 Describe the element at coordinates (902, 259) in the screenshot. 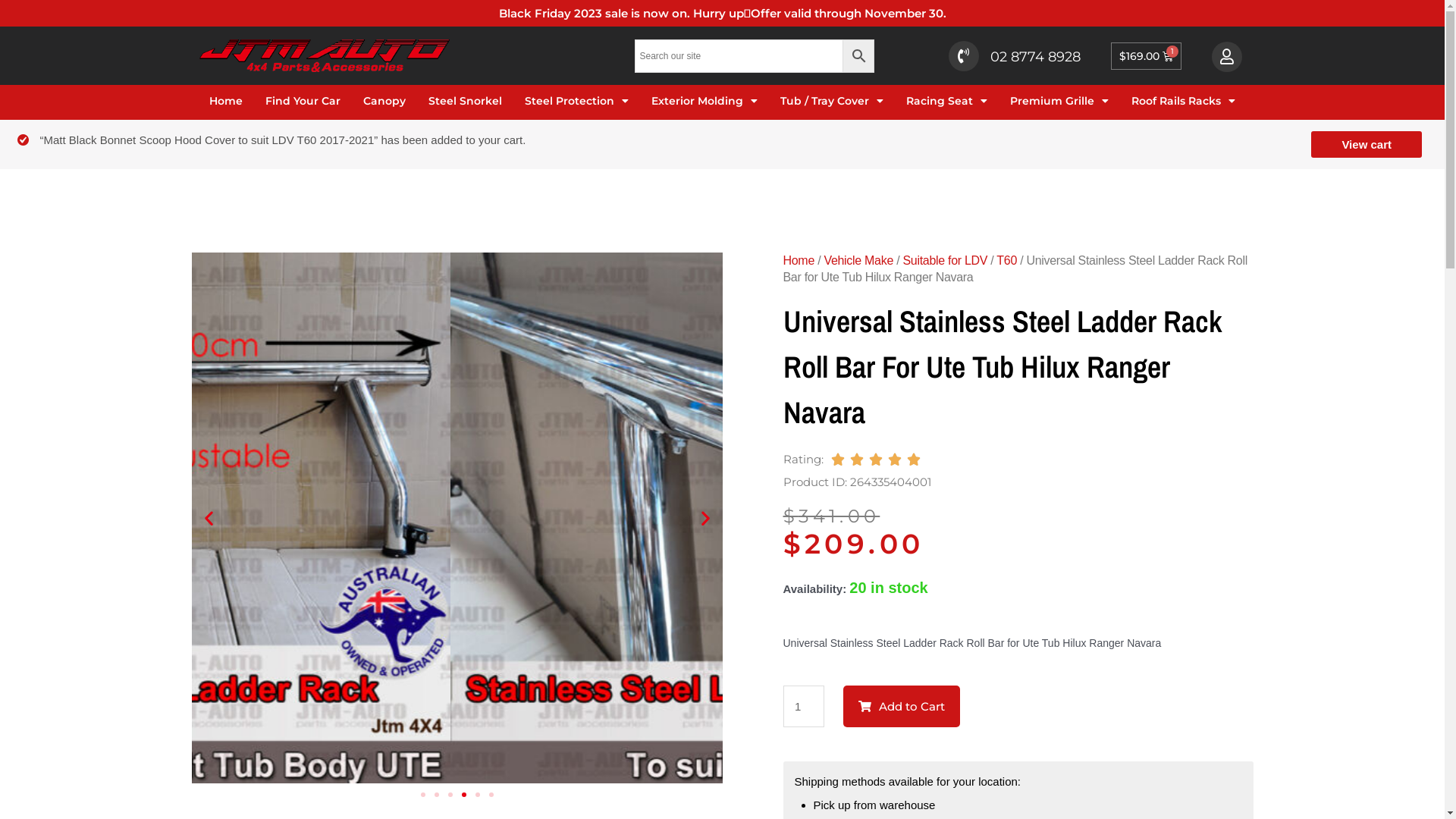

I see `'Suitable for LDV'` at that location.